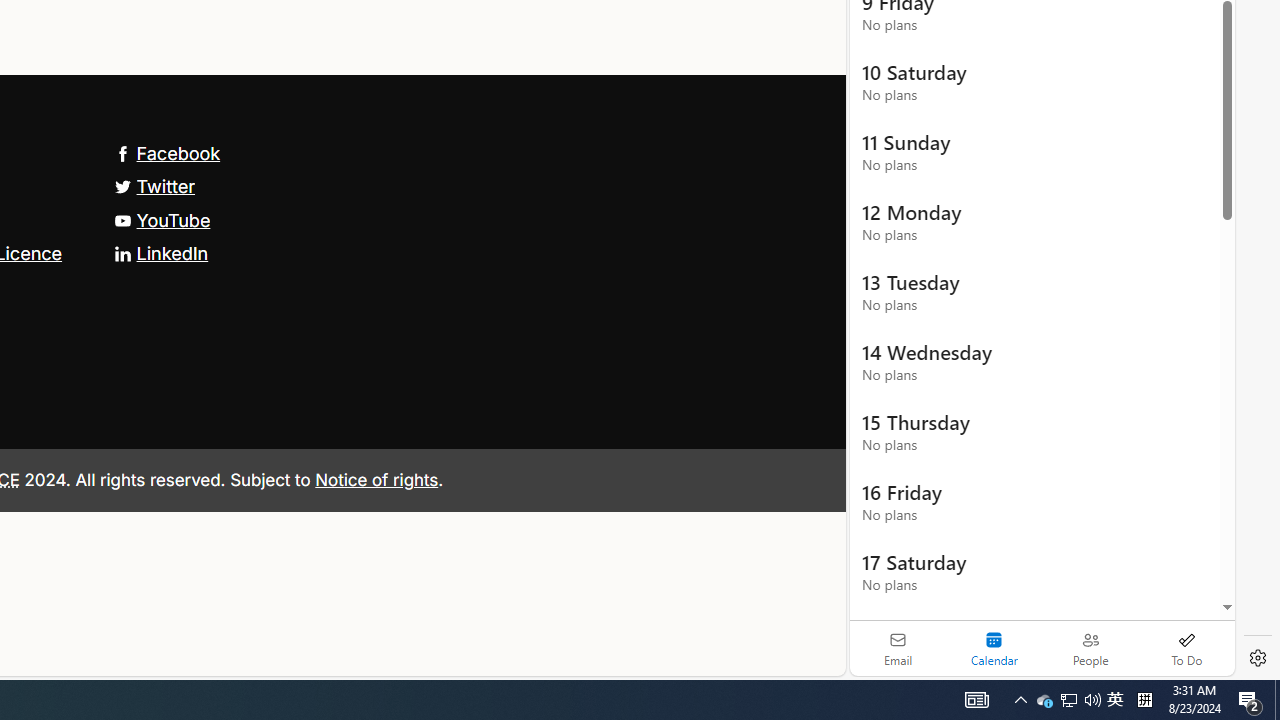  Describe the element at coordinates (162, 219) in the screenshot. I see `'YouTube'` at that location.